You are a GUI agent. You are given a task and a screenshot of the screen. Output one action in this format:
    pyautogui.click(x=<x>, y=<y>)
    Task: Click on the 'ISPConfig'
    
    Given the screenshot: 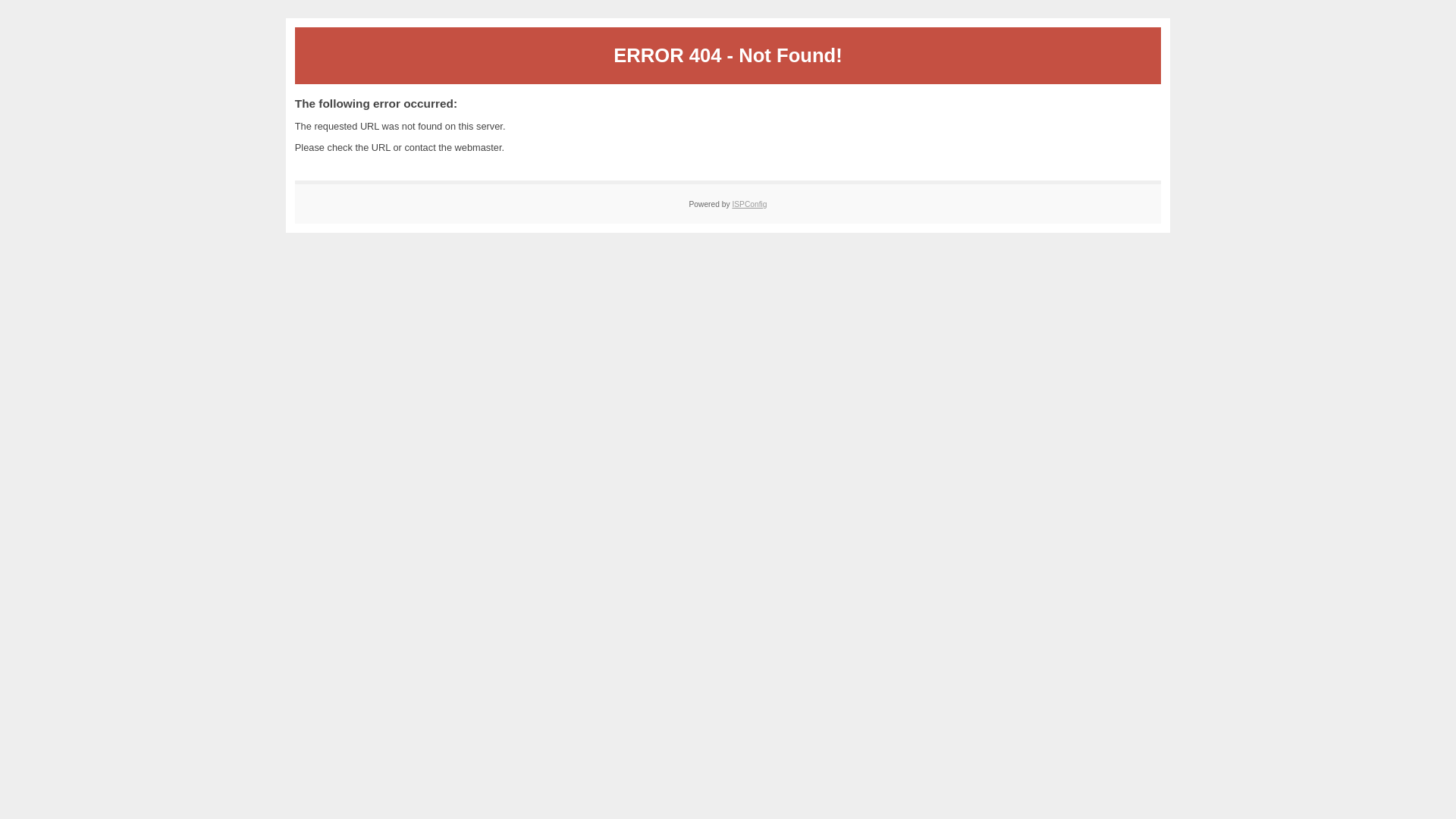 What is the action you would take?
    pyautogui.click(x=731, y=203)
    